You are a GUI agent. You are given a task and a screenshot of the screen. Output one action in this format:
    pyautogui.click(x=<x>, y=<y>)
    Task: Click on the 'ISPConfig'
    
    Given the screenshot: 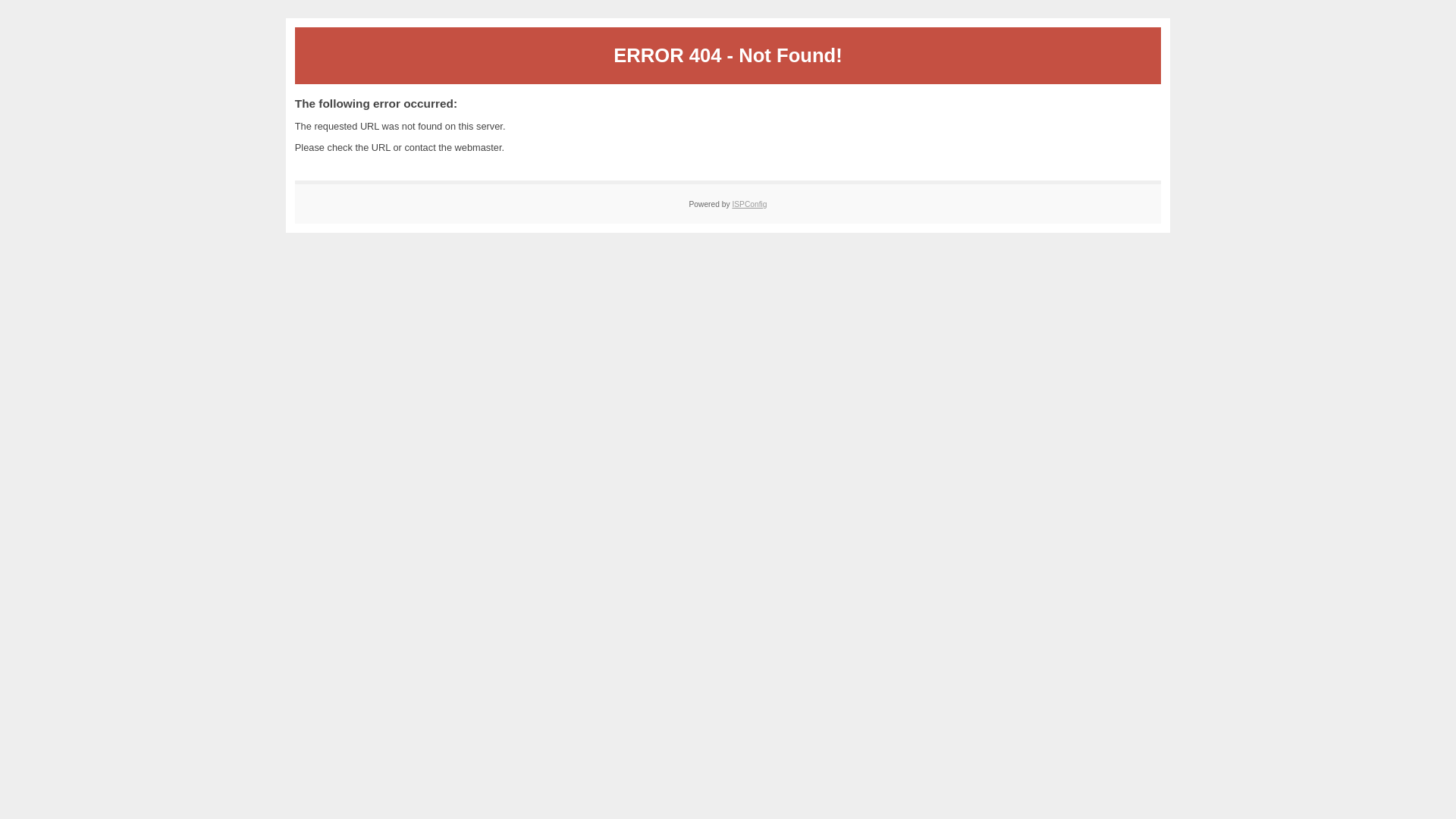 What is the action you would take?
    pyautogui.click(x=731, y=203)
    